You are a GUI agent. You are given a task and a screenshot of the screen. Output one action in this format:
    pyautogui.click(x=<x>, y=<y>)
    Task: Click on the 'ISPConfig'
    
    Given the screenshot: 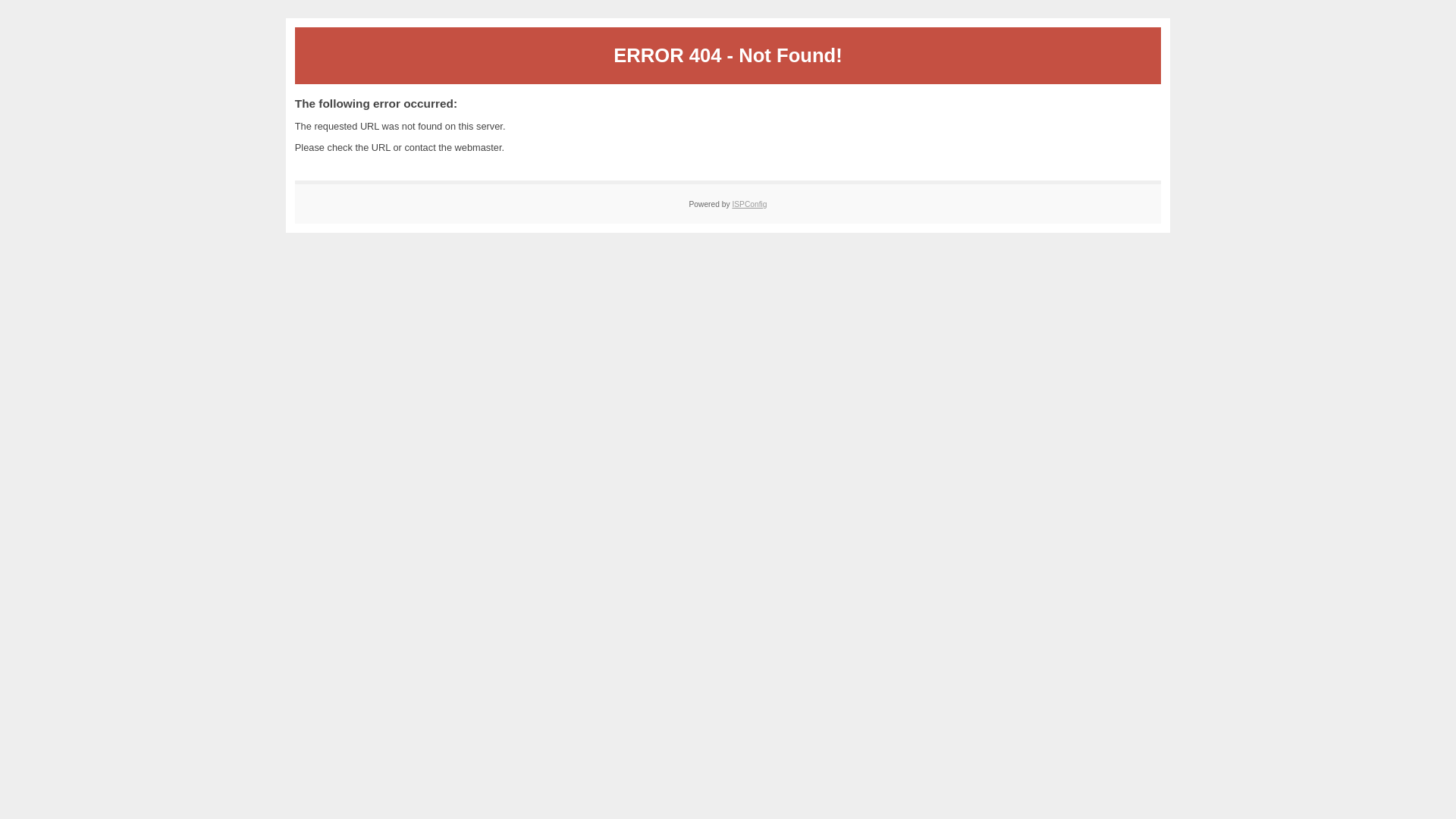 What is the action you would take?
    pyautogui.click(x=731, y=203)
    